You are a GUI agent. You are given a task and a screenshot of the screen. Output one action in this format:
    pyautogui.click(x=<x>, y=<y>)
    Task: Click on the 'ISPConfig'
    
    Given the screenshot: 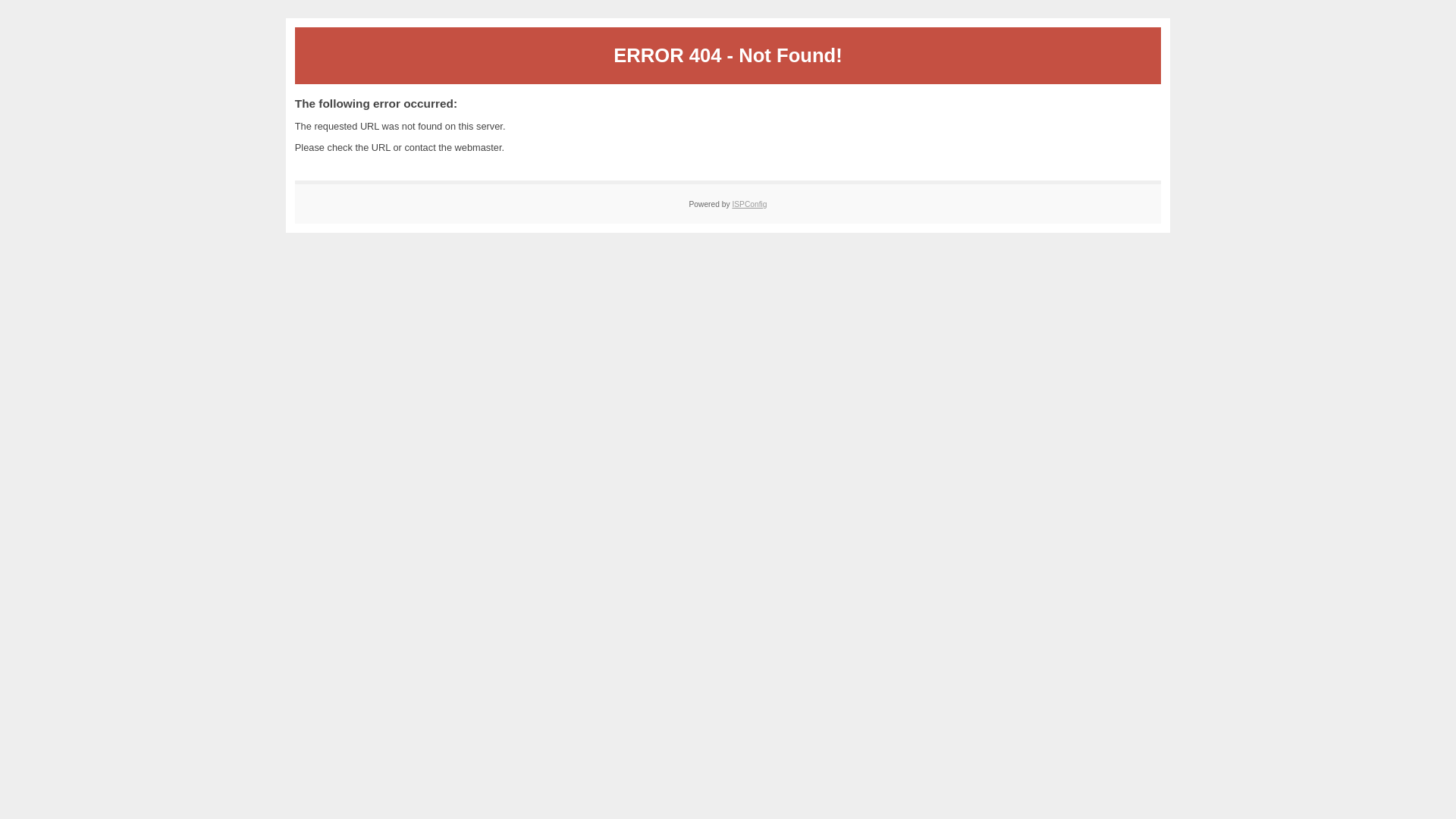 What is the action you would take?
    pyautogui.click(x=731, y=203)
    